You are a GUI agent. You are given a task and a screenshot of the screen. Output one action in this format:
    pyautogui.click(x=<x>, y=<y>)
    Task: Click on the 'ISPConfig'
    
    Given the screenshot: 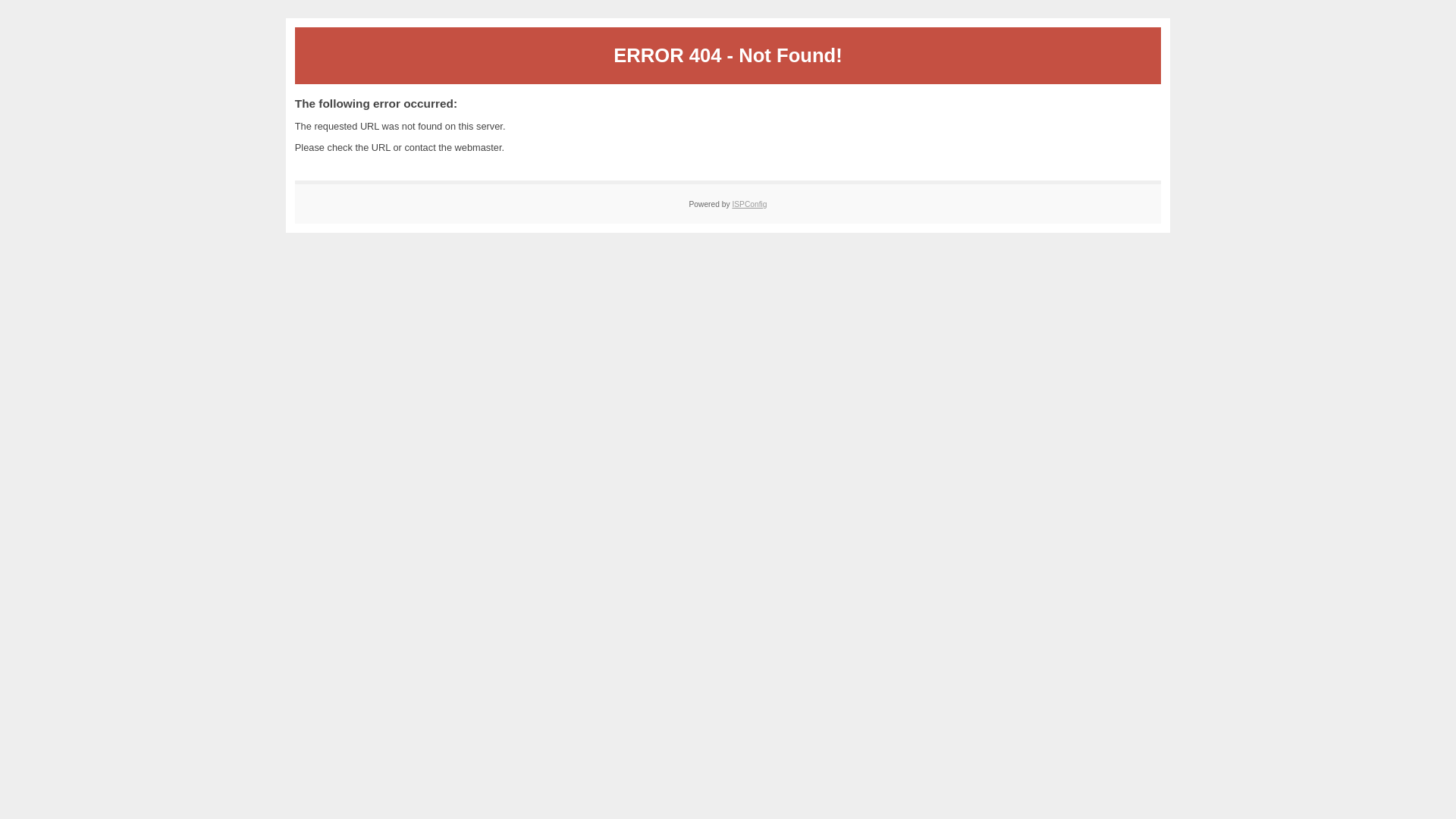 What is the action you would take?
    pyautogui.click(x=731, y=203)
    